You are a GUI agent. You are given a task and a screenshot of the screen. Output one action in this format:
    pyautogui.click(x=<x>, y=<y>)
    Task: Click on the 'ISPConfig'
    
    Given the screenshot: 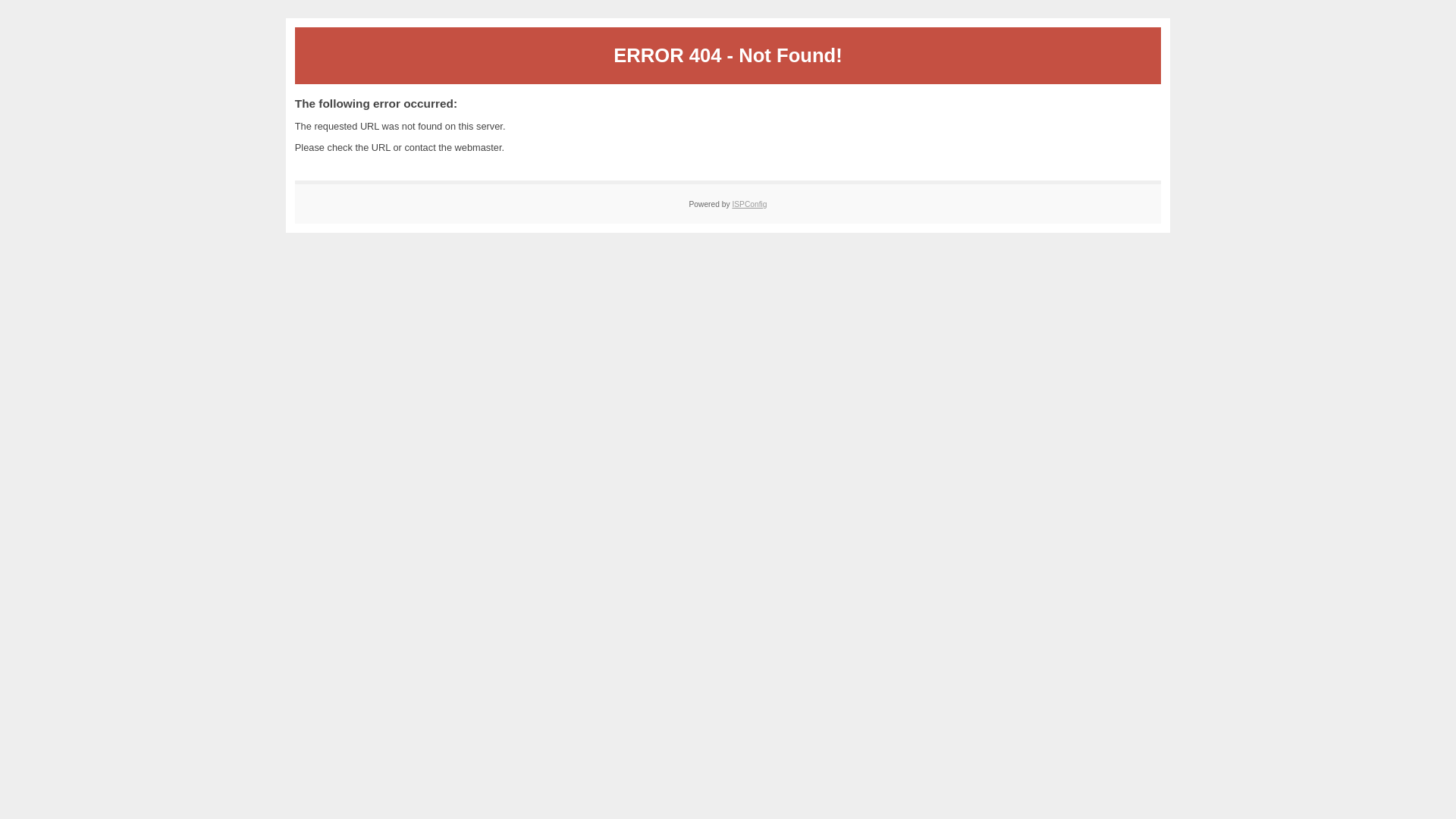 What is the action you would take?
    pyautogui.click(x=731, y=203)
    